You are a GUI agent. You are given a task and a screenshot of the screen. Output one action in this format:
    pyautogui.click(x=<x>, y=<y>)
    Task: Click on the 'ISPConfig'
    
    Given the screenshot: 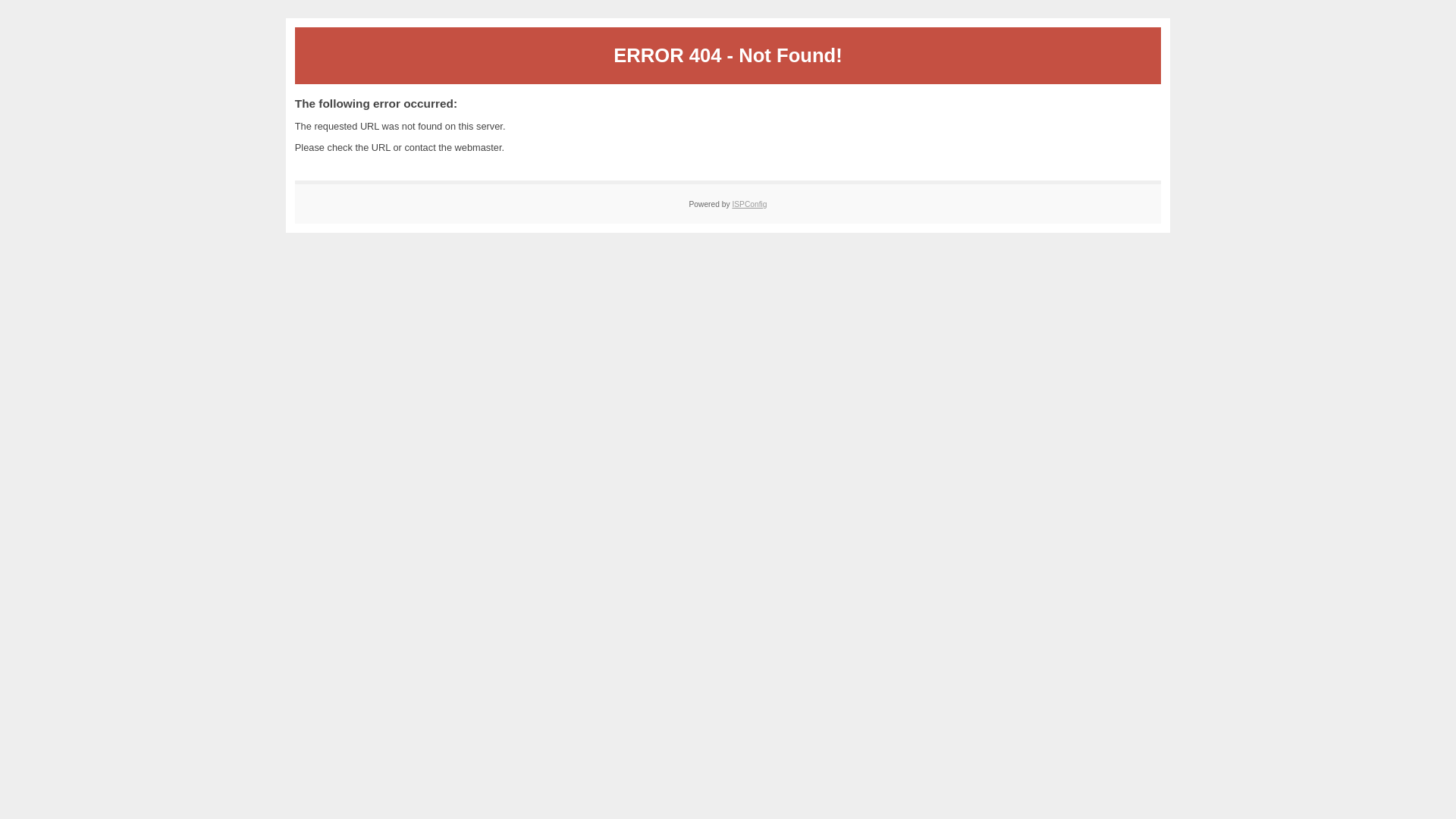 What is the action you would take?
    pyautogui.click(x=731, y=203)
    